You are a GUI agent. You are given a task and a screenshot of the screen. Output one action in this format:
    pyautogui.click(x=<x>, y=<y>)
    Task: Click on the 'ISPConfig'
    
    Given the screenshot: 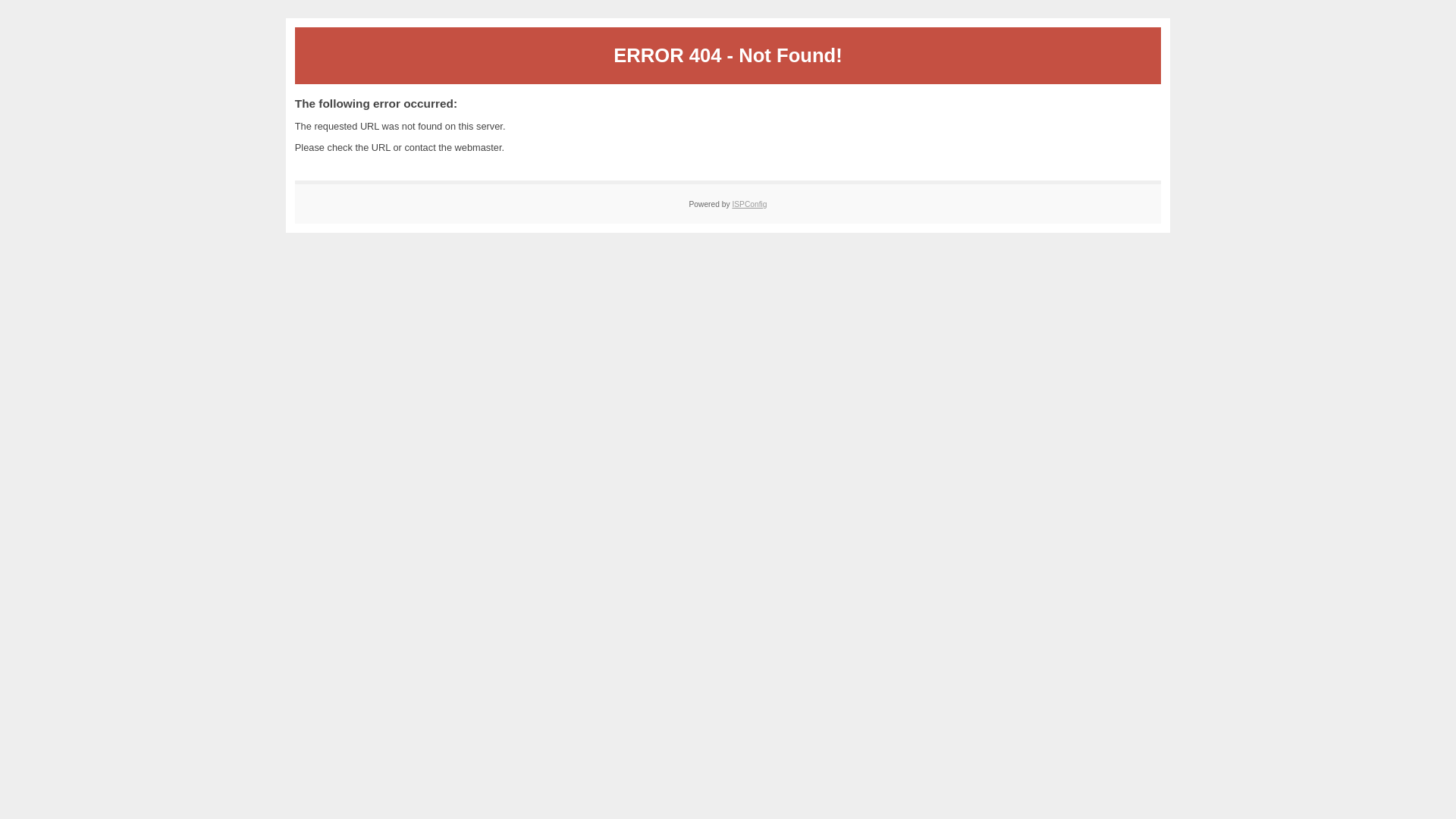 What is the action you would take?
    pyautogui.click(x=731, y=203)
    